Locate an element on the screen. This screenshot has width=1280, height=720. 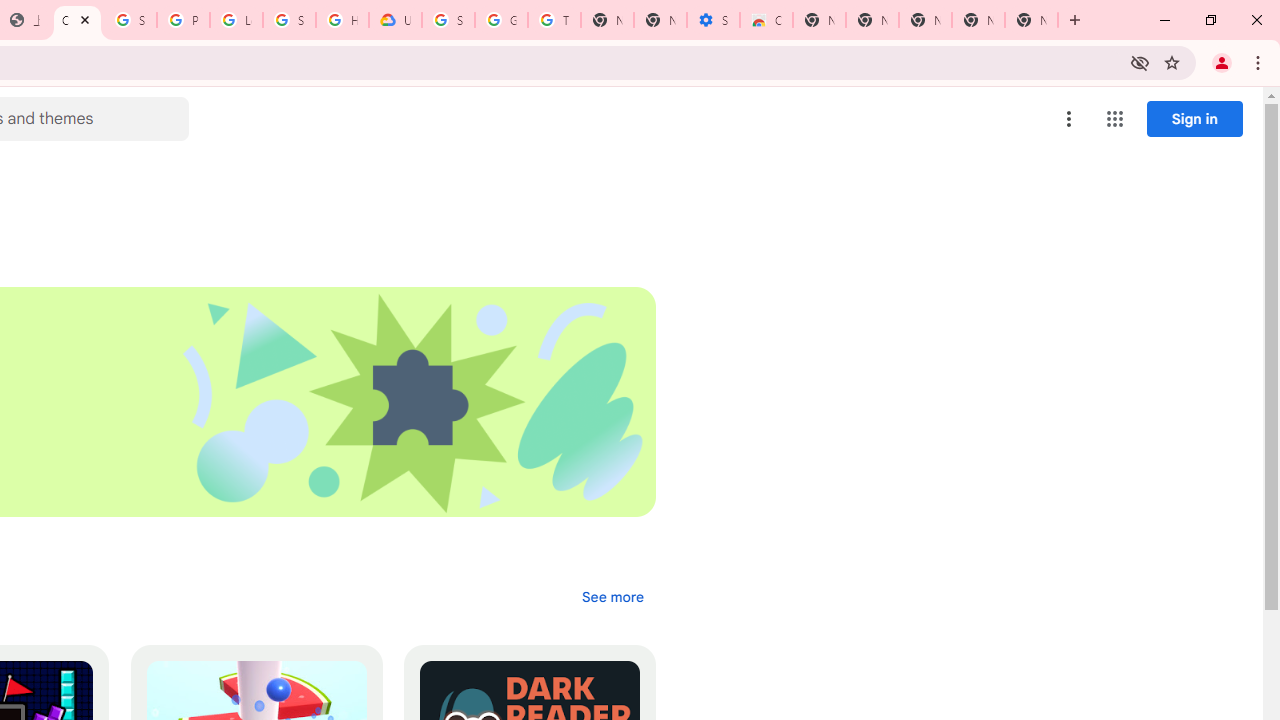
'Sign in - Google Accounts' is located at coordinates (129, 20).